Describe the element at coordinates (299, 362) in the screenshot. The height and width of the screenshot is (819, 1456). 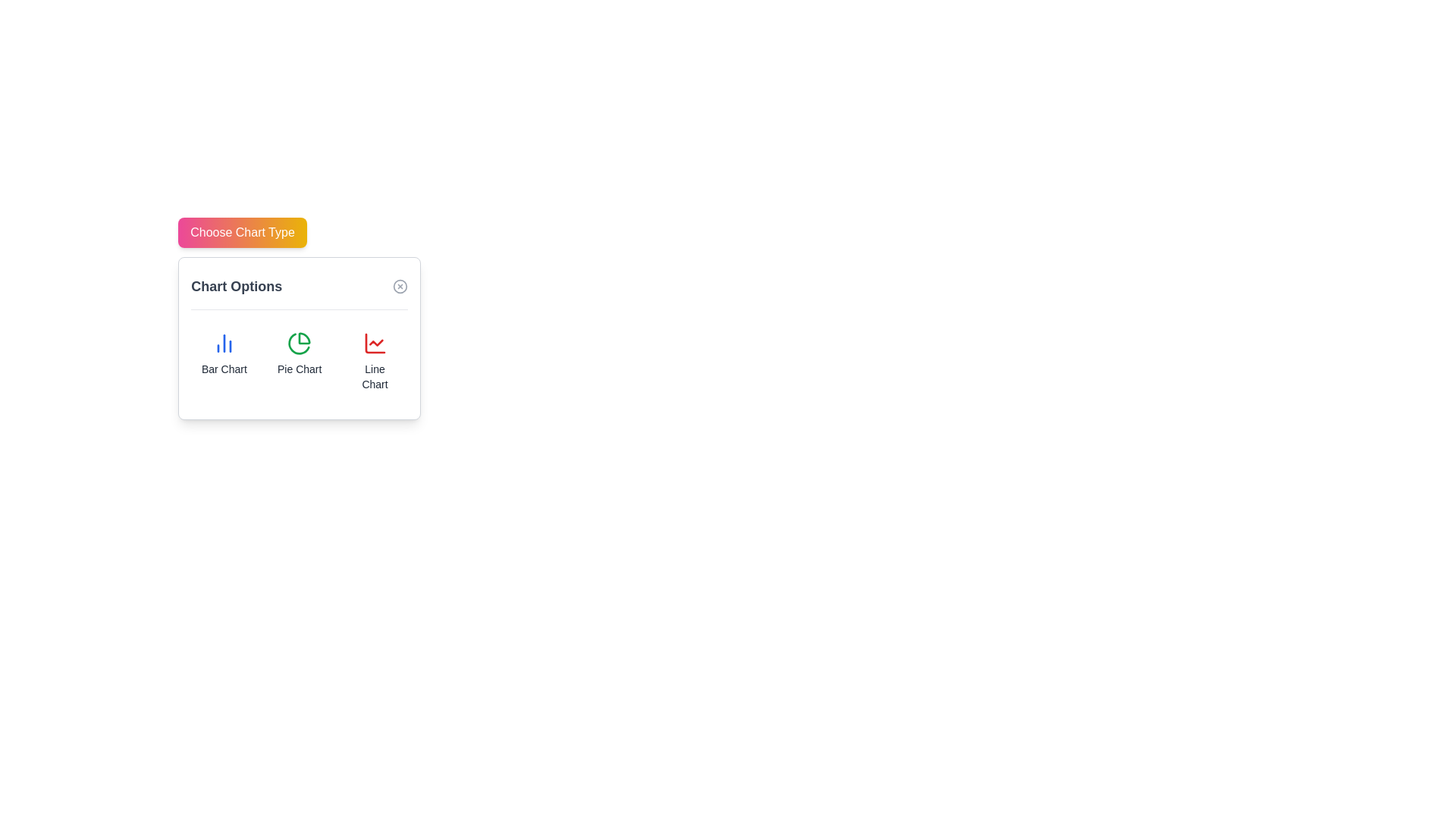
I see `one of the chart options in the Grid of selectable options within the 'Chart Options' modal` at that location.